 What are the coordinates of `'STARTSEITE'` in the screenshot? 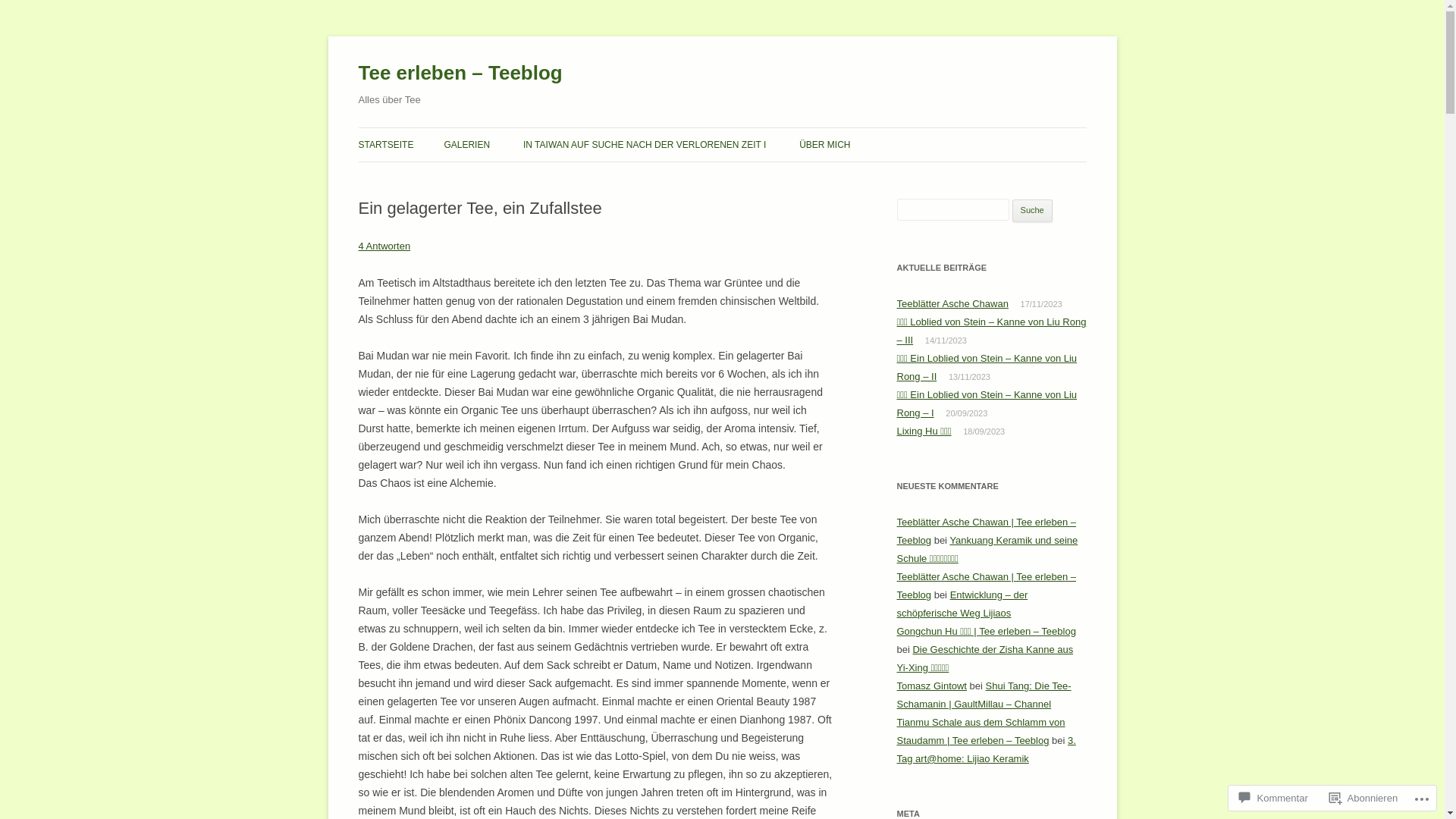 It's located at (385, 145).